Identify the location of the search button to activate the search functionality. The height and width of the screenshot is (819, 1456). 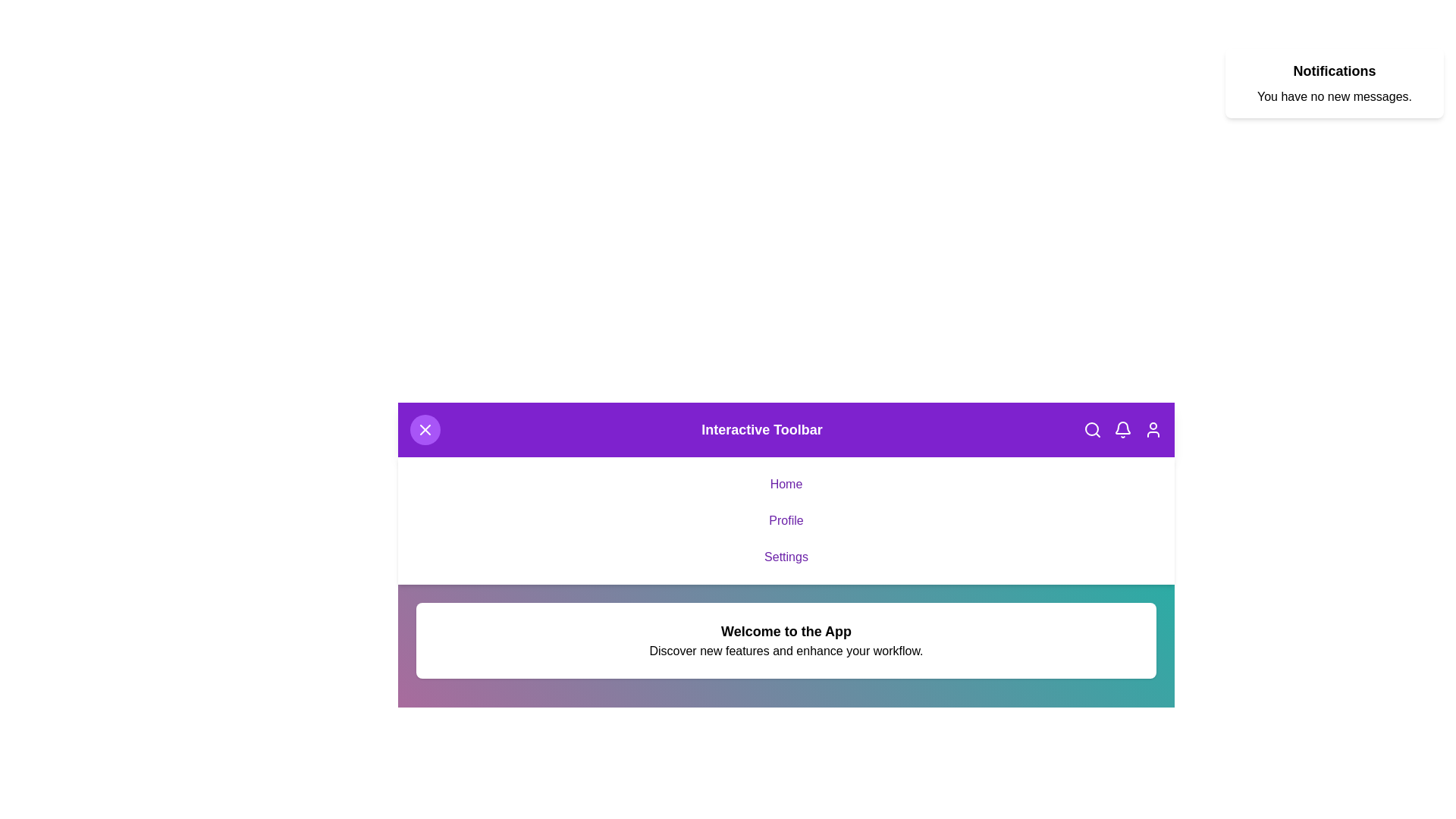
(1092, 430).